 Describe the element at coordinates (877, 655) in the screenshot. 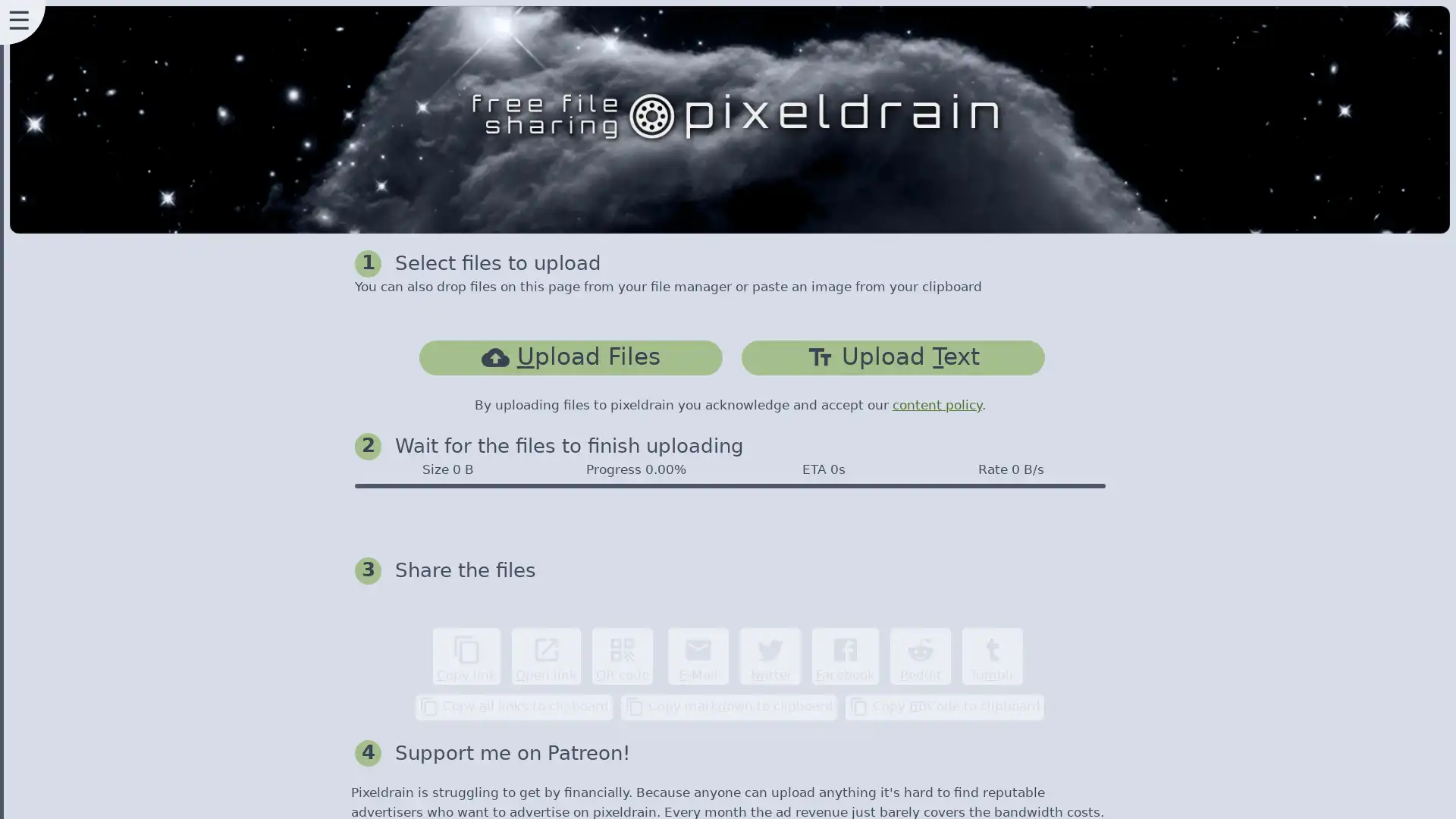

I see `Twitter` at that location.